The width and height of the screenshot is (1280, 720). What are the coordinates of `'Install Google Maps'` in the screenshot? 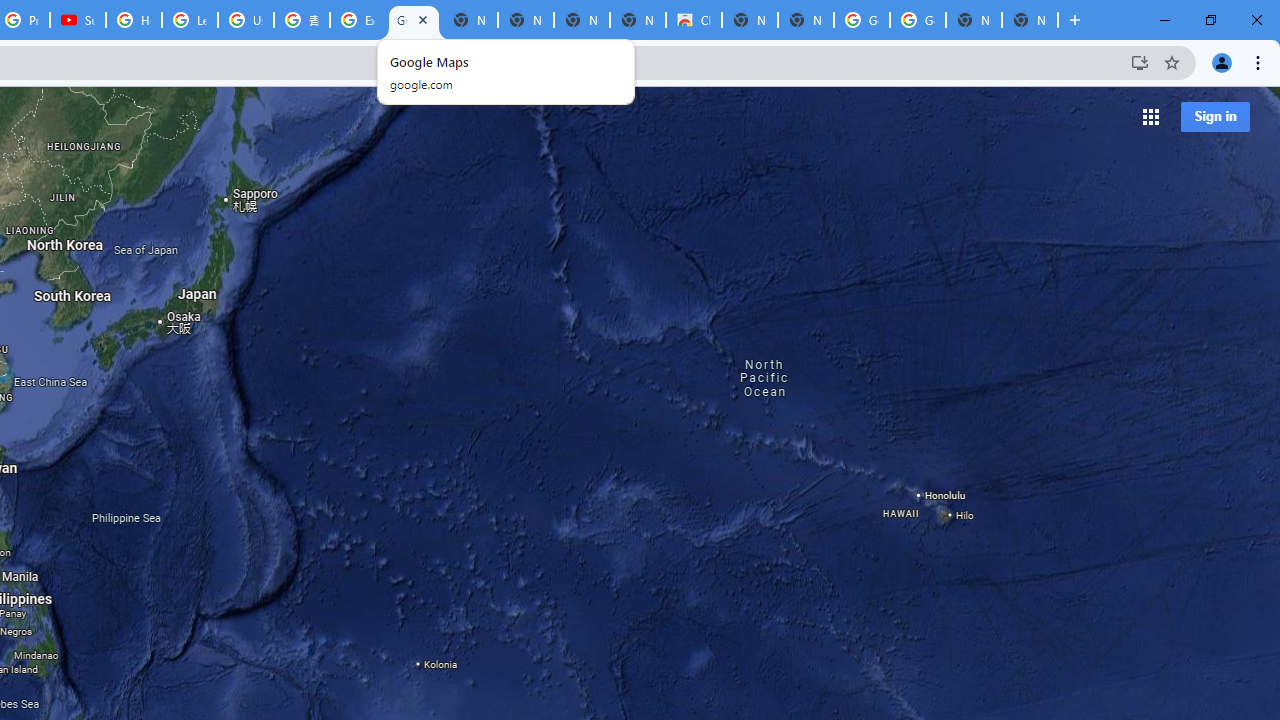 It's located at (1139, 61).